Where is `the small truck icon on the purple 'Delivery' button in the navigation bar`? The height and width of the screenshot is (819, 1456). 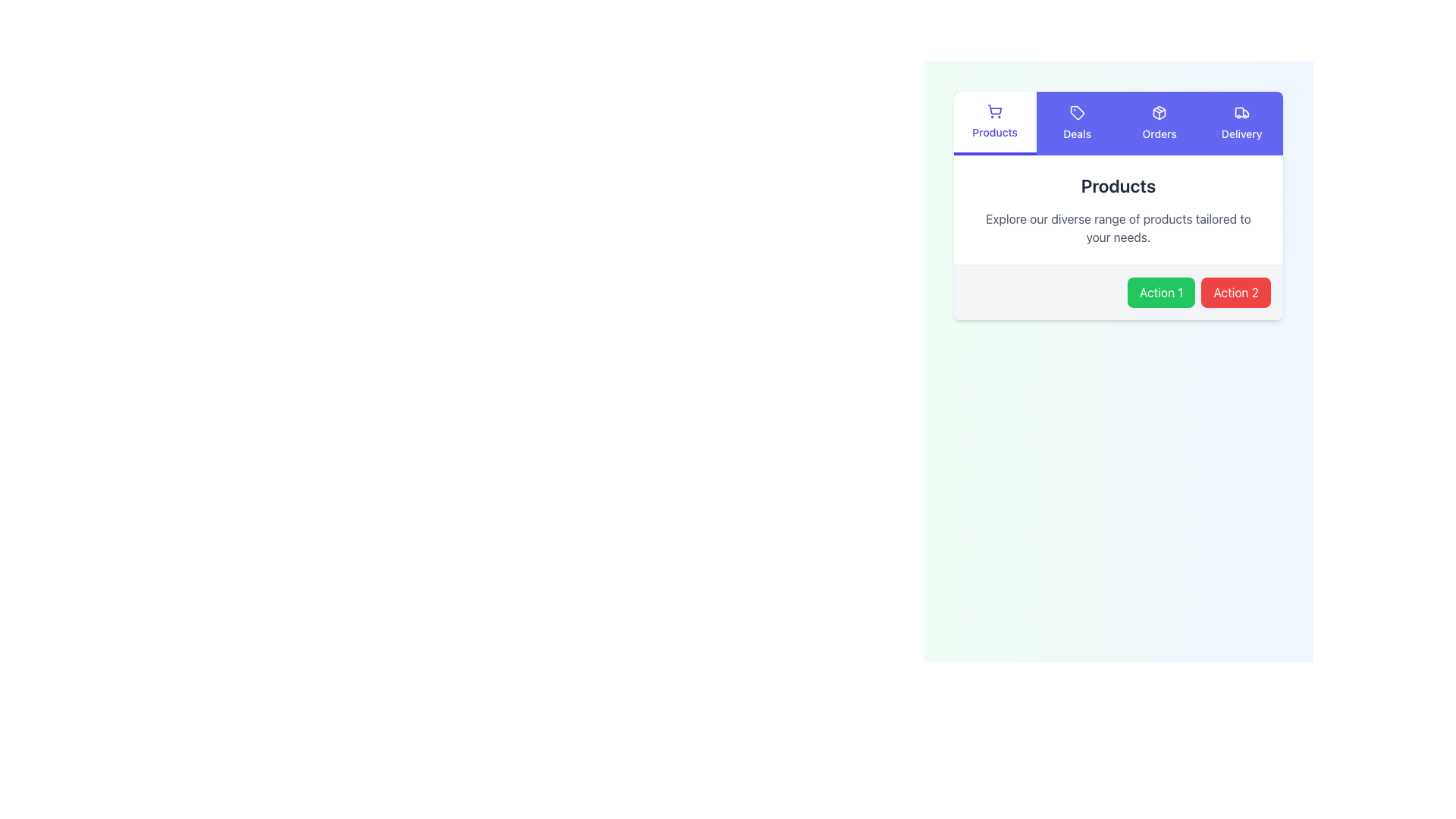 the small truck icon on the purple 'Delivery' button in the navigation bar is located at coordinates (1241, 112).